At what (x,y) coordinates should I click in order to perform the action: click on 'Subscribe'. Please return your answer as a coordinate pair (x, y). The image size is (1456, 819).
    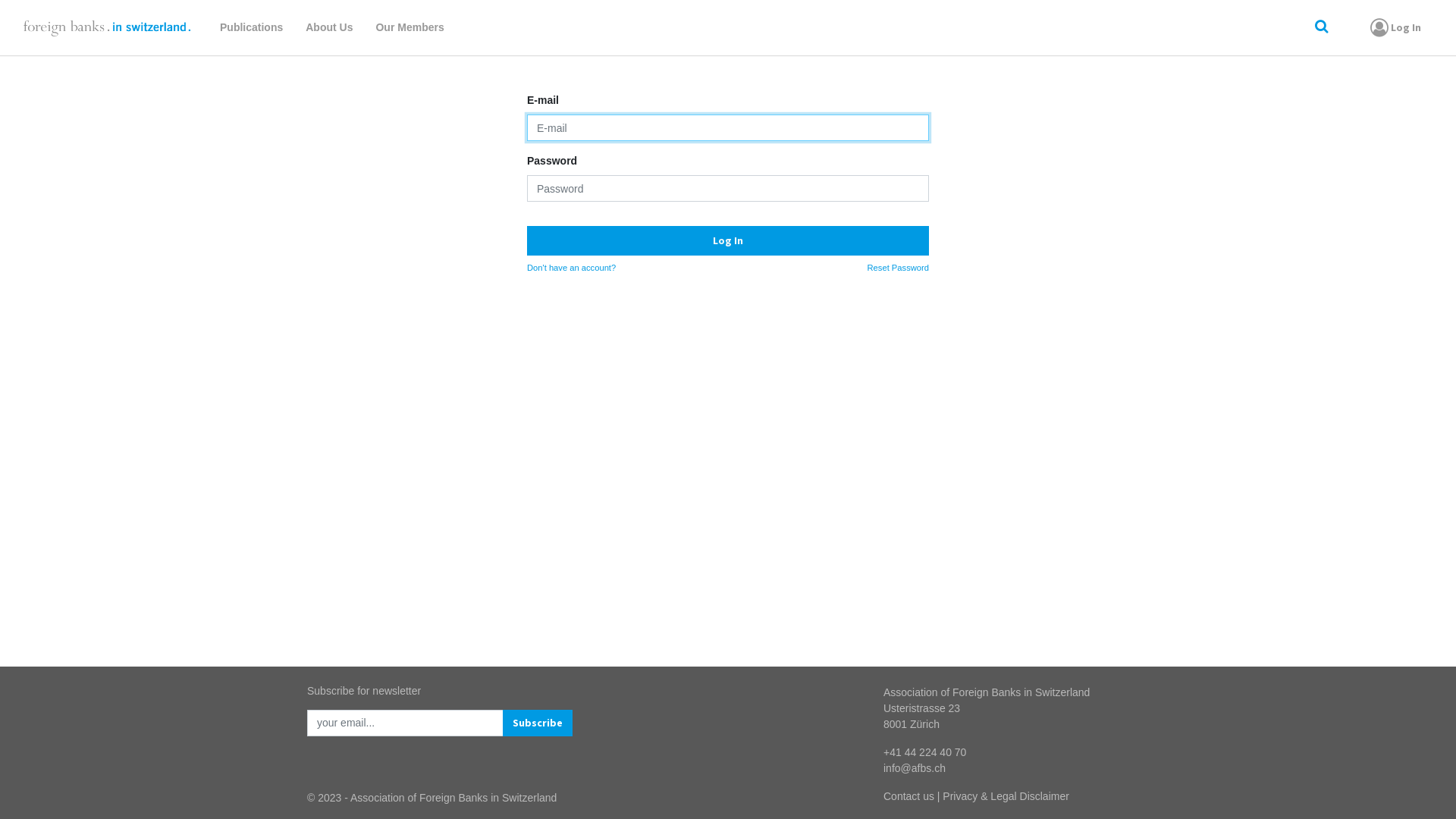
    Looking at the image, I should click on (538, 722).